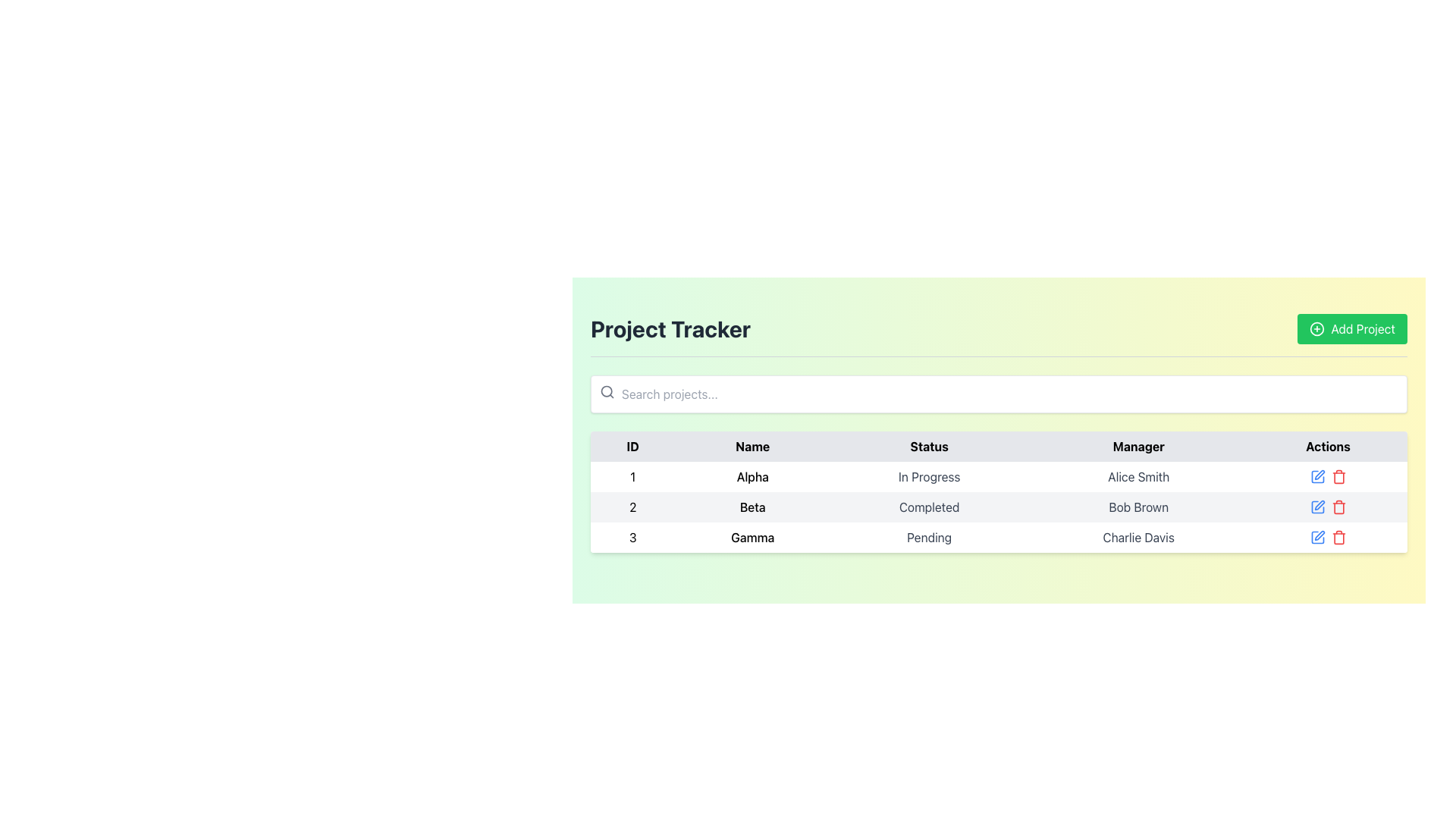 Image resolution: width=1456 pixels, height=819 pixels. Describe the element at coordinates (1338, 537) in the screenshot. I see `the trash bin icon in the actions column of the table associated with the Gamma project managed by Charlie Davis` at that location.